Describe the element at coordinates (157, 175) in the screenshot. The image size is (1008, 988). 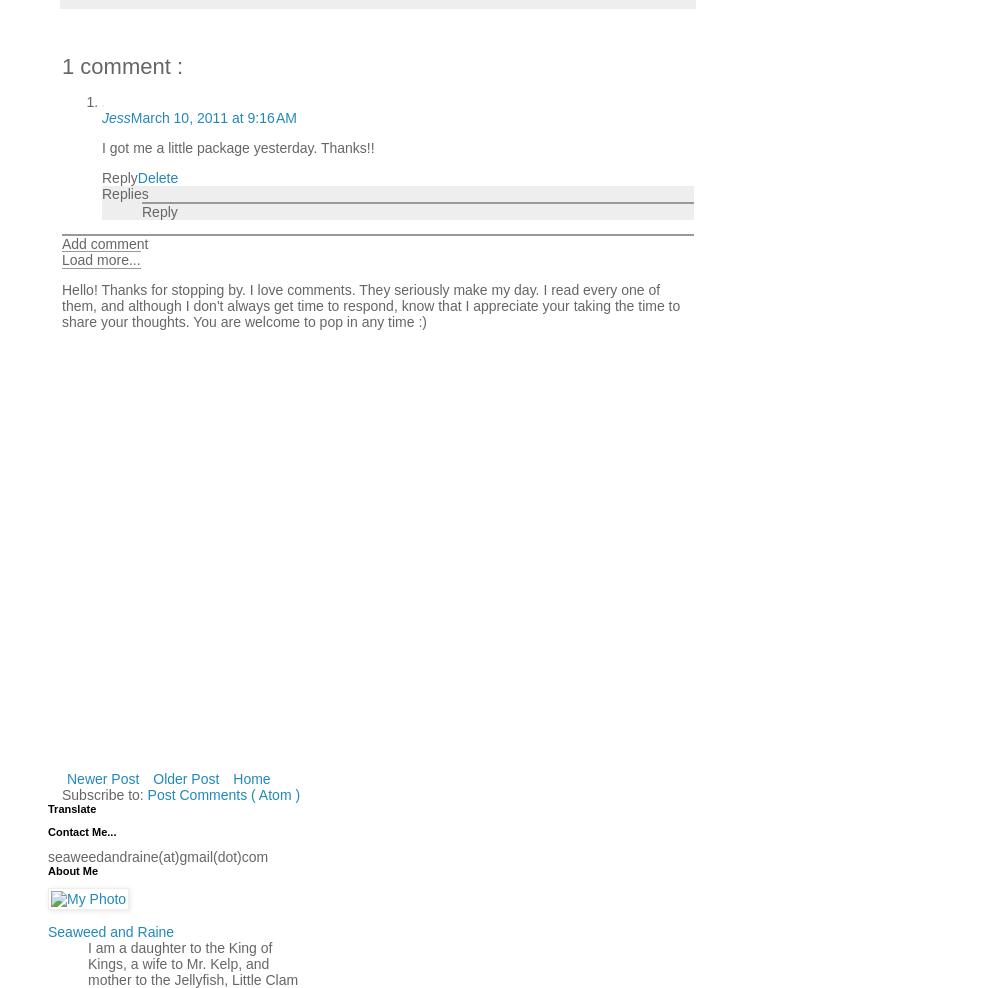
I see `'Delete'` at that location.